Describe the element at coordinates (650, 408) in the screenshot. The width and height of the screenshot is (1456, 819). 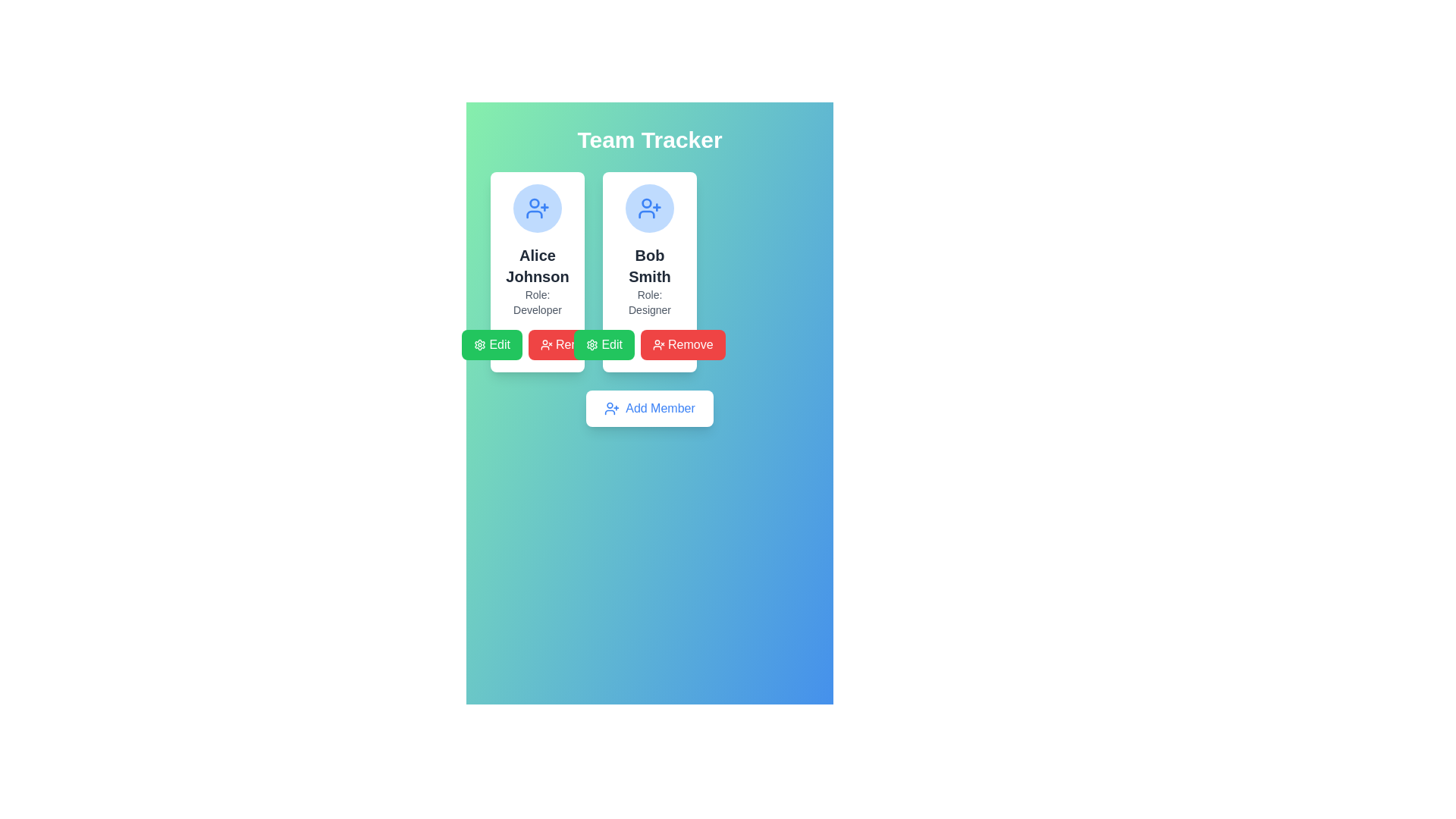
I see `the button for adding a new team member located at the bottom of the section below the user cards for 'Alice Johnson' and 'Bob Smith'` at that location.